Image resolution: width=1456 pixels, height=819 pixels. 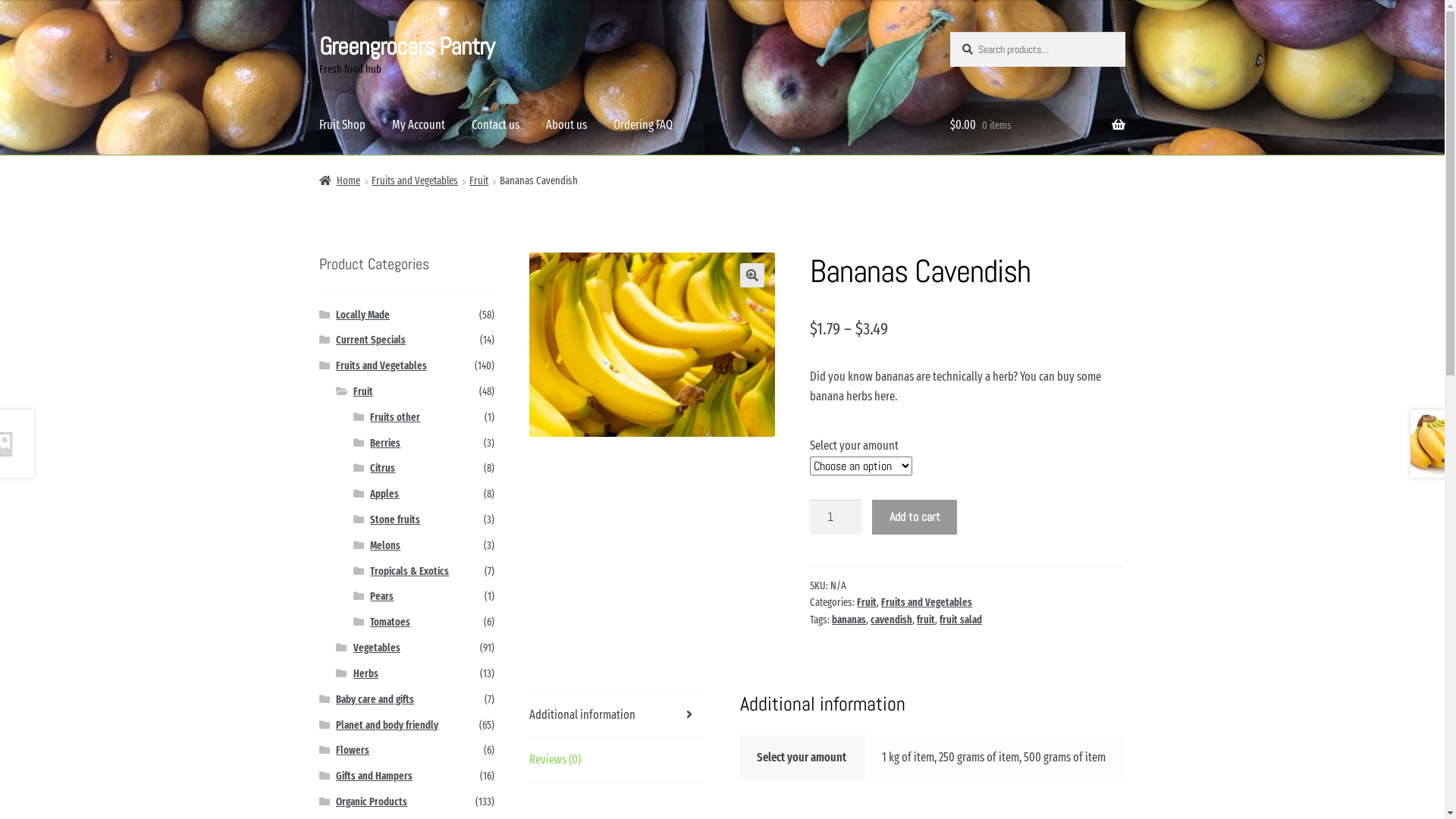 What do you see at coordinates (891, 620) in the screenshot?
I see `'cavendish'` at bounding box center [891, 620].